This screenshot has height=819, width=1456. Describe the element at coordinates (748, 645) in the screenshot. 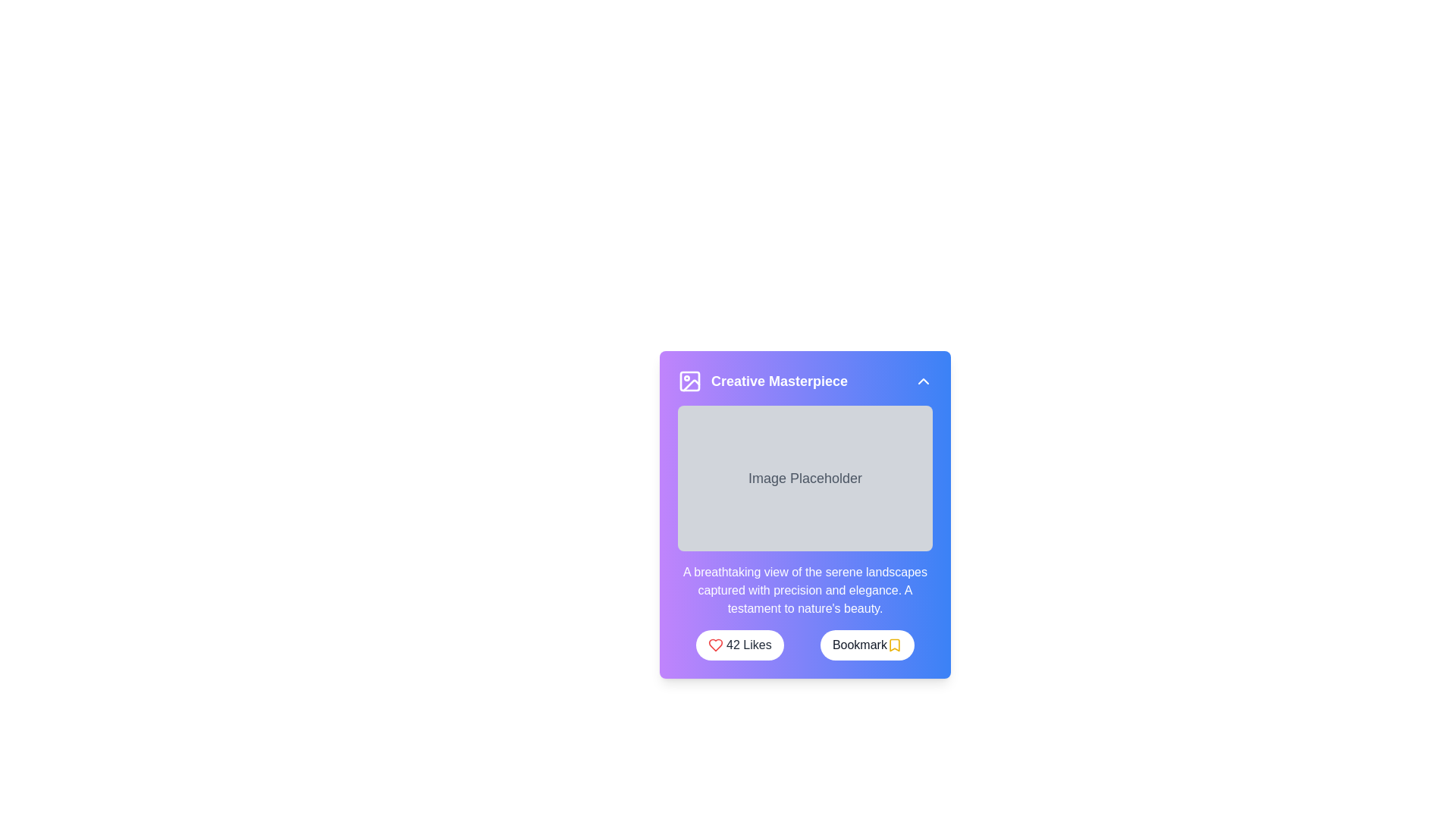

I see `the text label displaying '42 Likes' which indicates the count of likes a post has received, located within a rounded white background button in the bottom left section of a card-like component` at that location.